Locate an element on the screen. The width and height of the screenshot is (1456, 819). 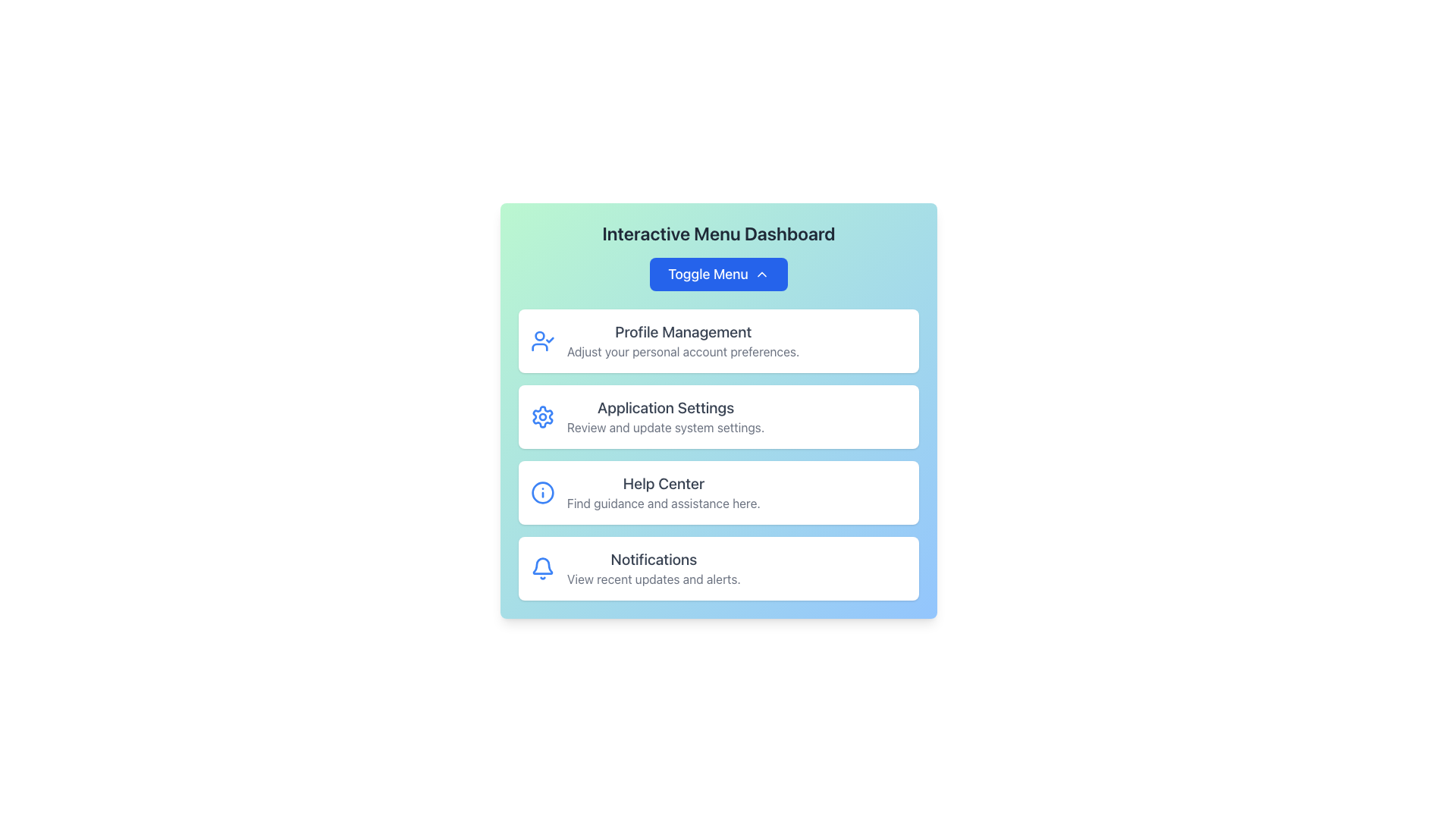
the bell icon representing the 'Notifications' section, which is located to the left of the text 'Notifications' and 'View recent updates and alerts.' is located at coordinates (542, 568).